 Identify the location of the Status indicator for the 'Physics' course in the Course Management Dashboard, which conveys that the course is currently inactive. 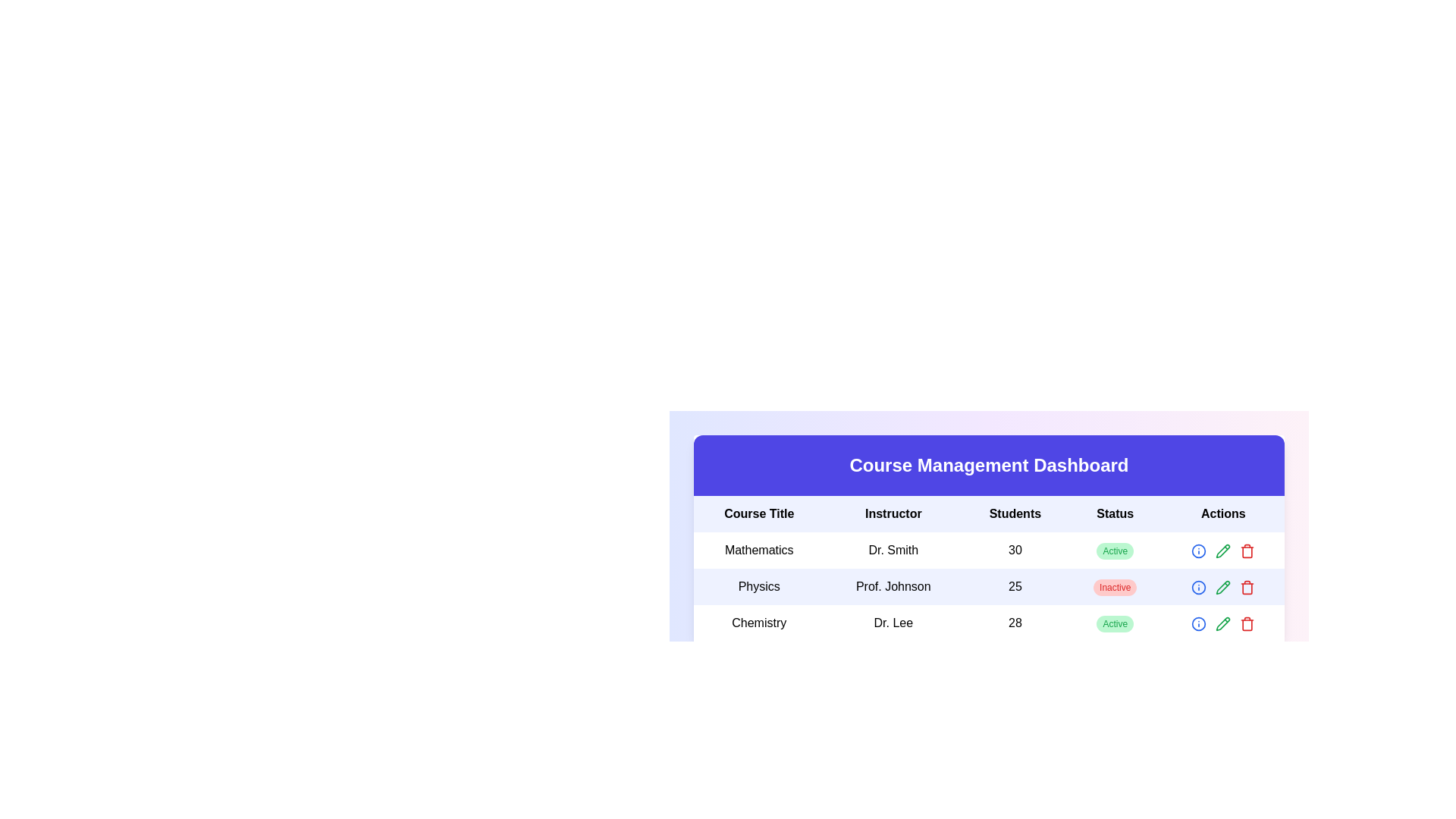
(1115, 586).